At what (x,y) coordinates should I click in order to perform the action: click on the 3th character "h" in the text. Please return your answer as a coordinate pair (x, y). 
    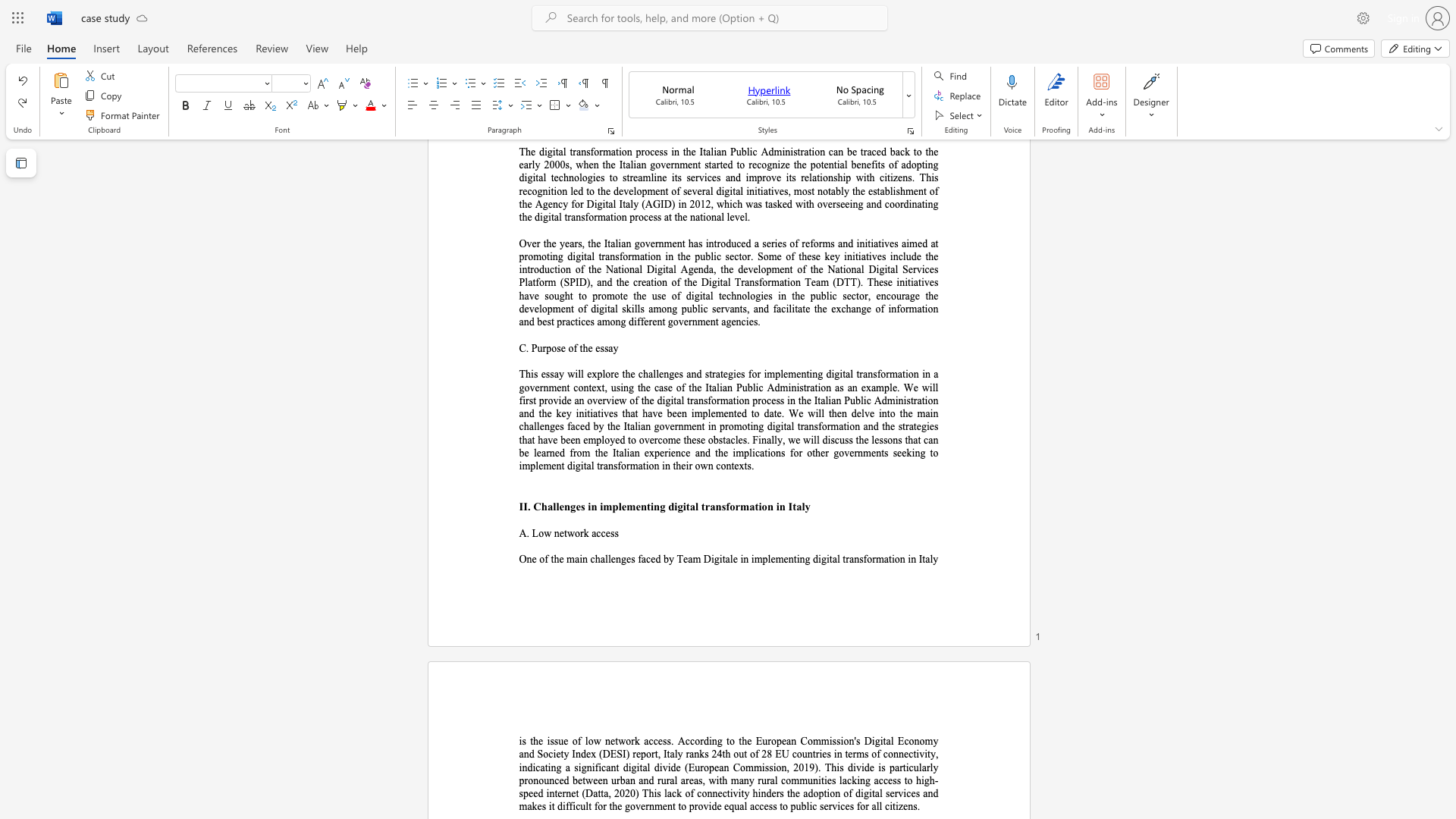
    Looking at the image, I should click on (728, 754).